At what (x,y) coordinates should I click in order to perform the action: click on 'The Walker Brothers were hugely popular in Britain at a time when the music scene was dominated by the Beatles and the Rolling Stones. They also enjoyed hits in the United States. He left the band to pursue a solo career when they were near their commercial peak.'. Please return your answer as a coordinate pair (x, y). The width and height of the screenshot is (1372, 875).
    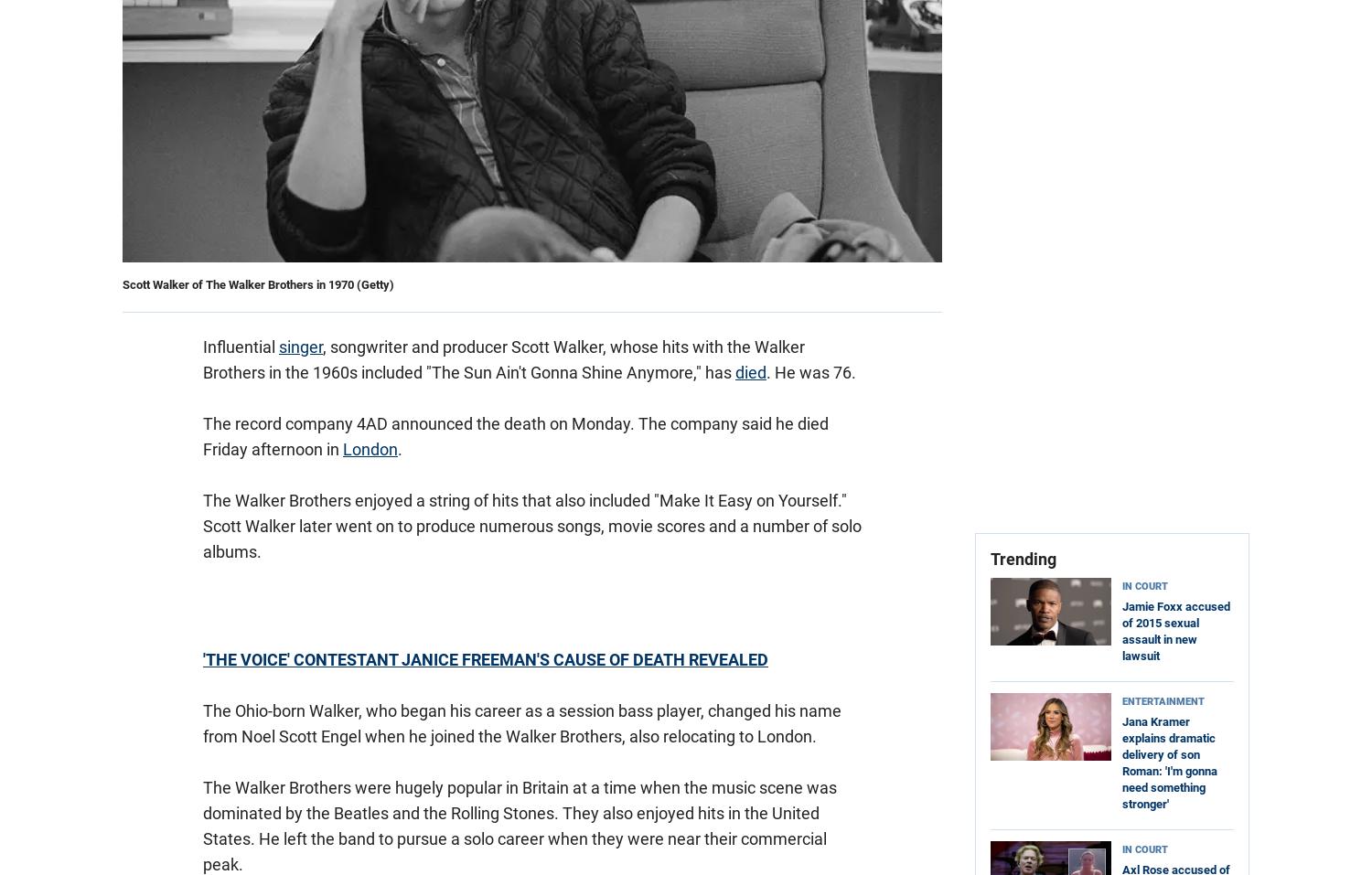
    Looking at the image, I should click on (519, 826).